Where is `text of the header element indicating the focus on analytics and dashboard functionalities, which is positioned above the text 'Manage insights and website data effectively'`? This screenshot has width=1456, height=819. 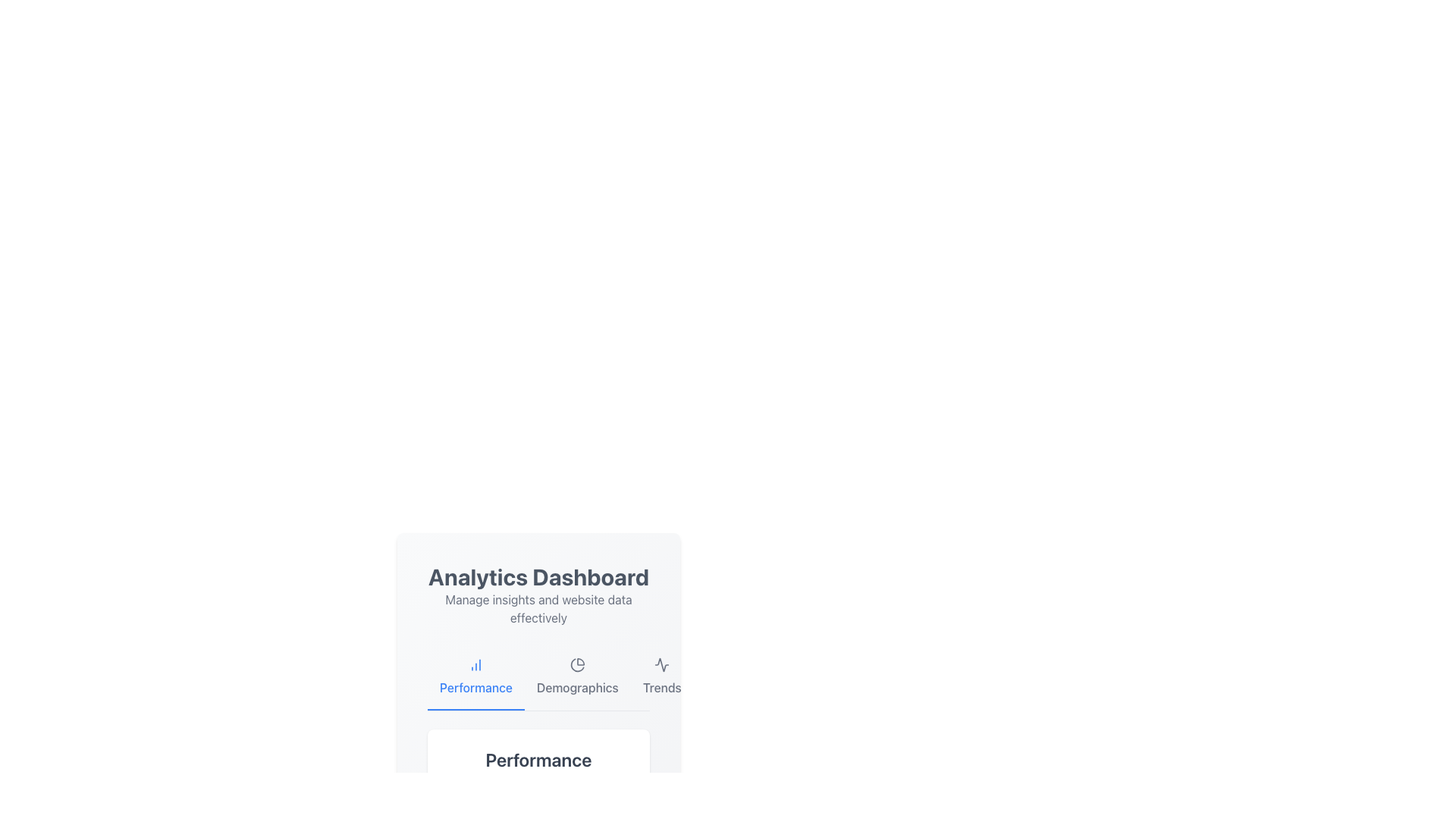 text of the header element indicating the focus on analytics and dashboard functionalities, which is positioned above the text 'Manage insights and website data effectively' is located at coordinates (538, 576).